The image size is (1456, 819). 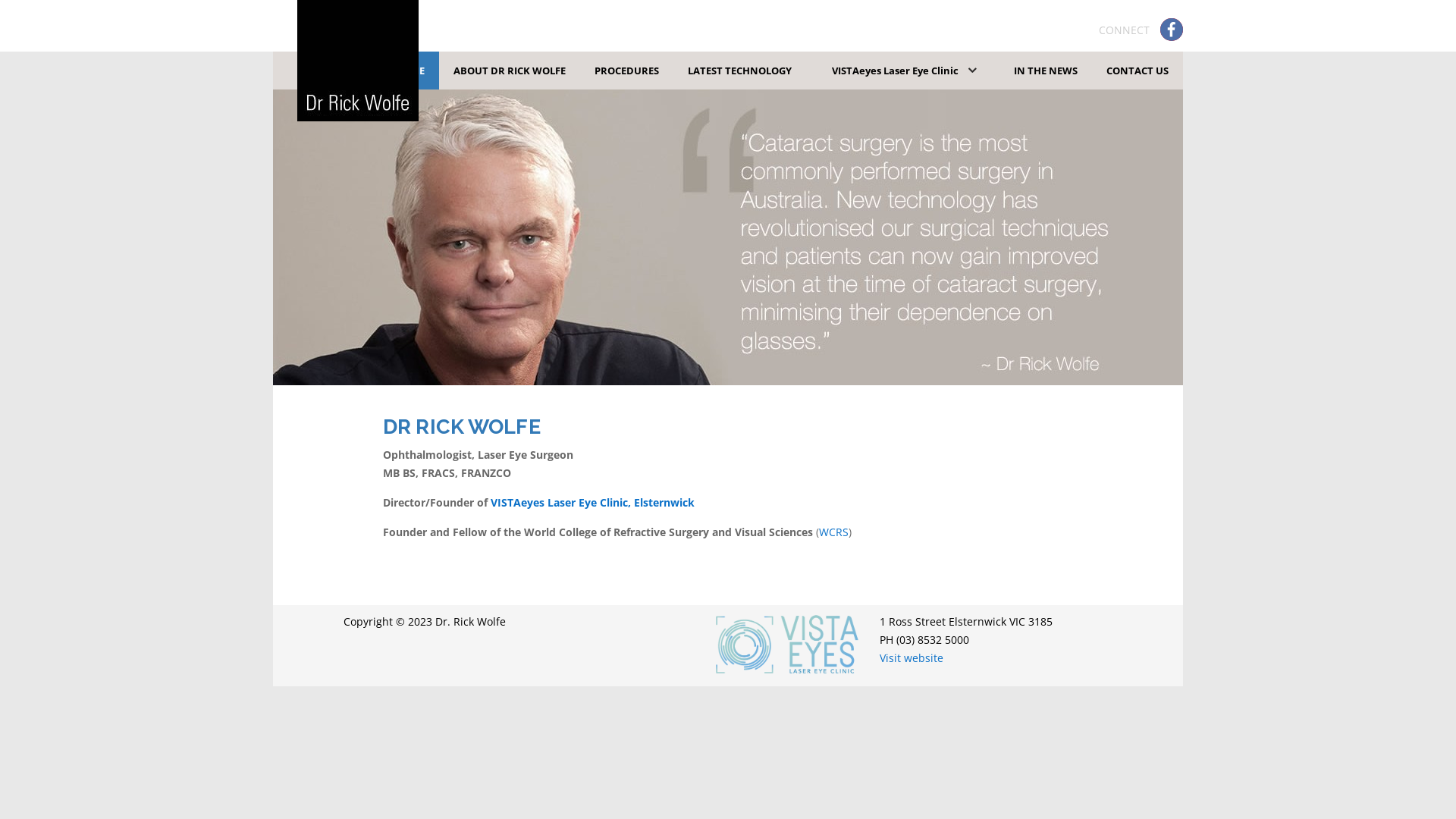 I want to click on 'Visit website', so click(x=910, y=657).